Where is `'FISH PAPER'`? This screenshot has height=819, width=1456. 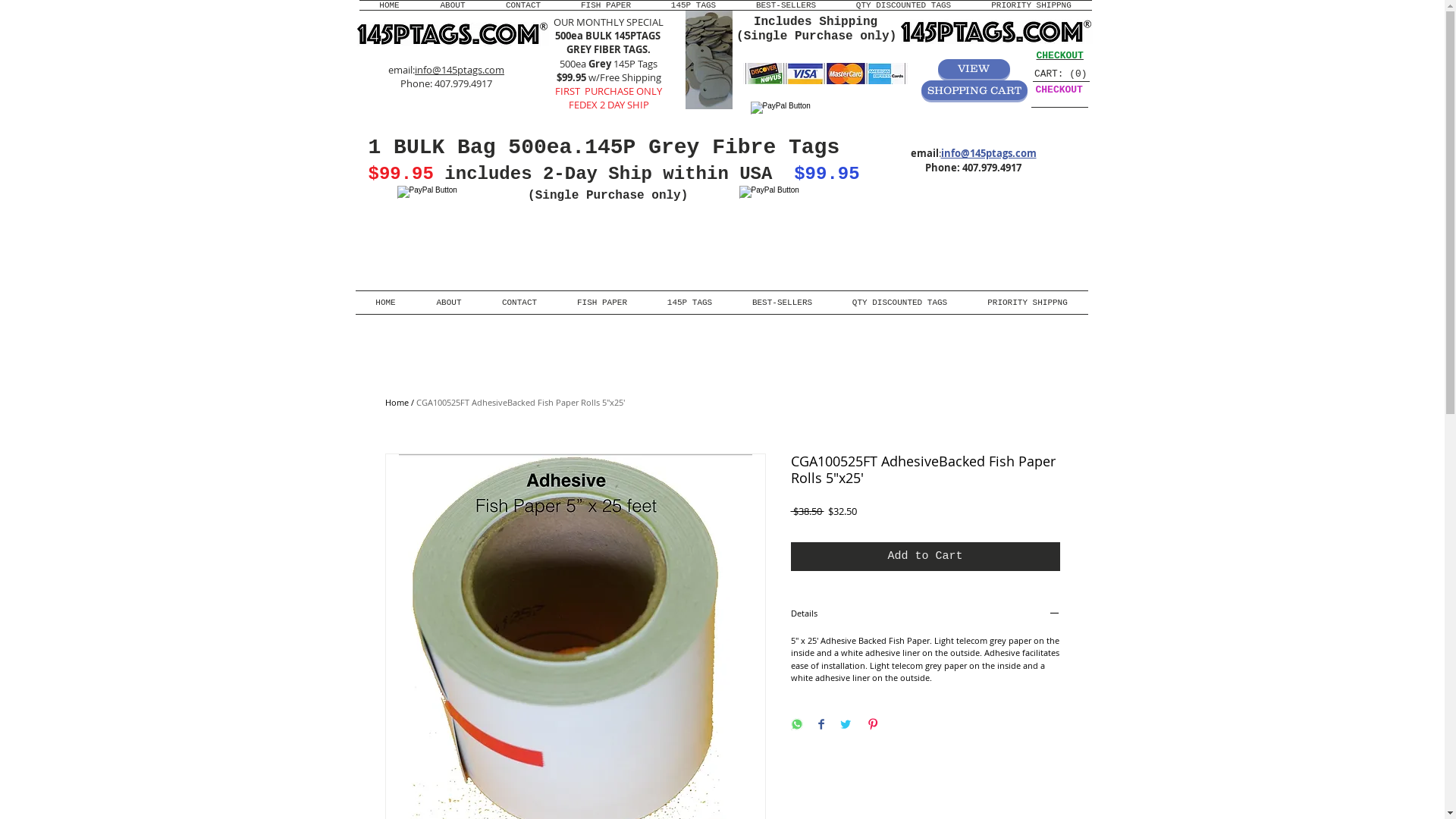
'FISH PAPER' is located at coordinates (605, 5).